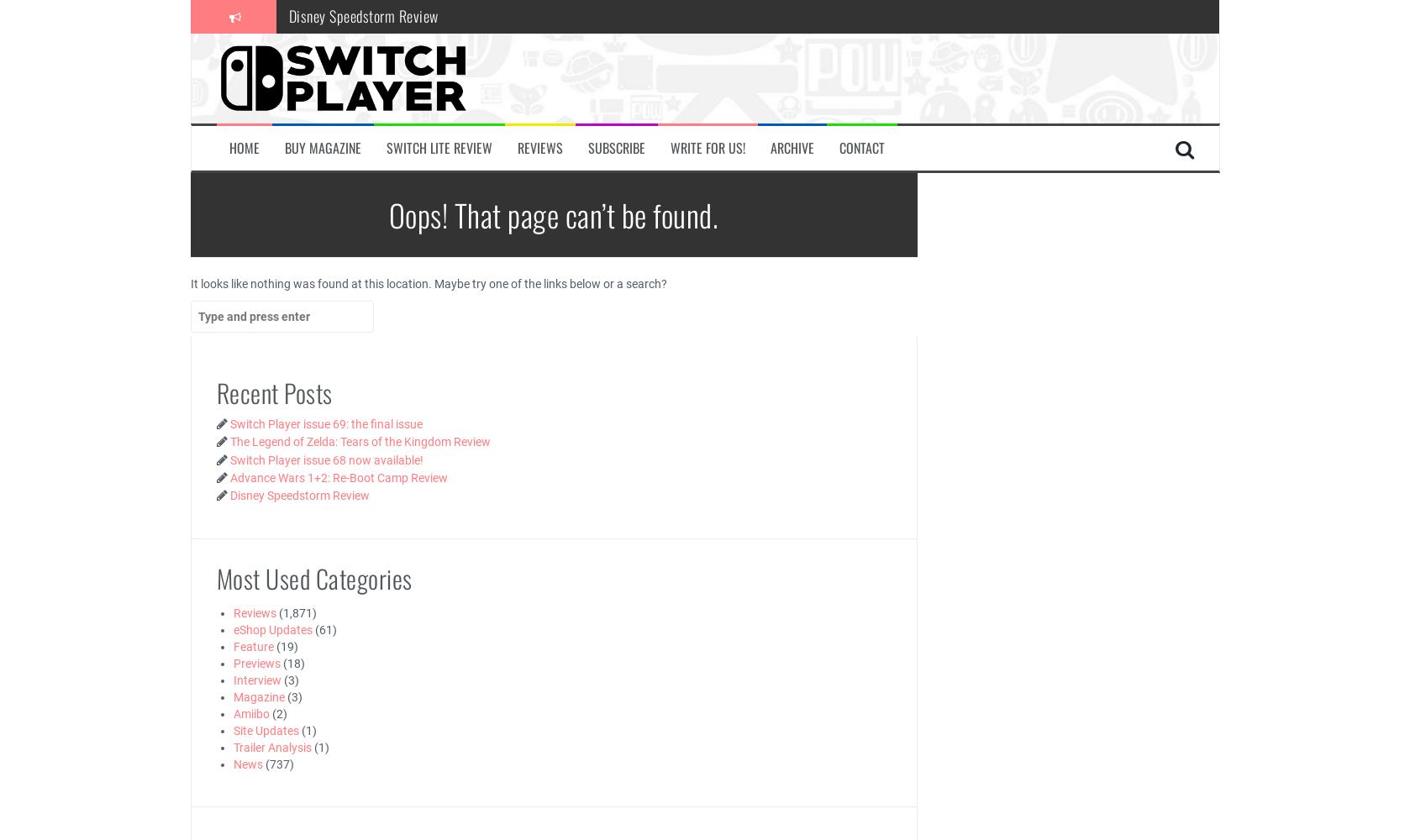  Describe the element at coordinates (258, 696) in the screenshot. I see `'Magazine'` at that location.